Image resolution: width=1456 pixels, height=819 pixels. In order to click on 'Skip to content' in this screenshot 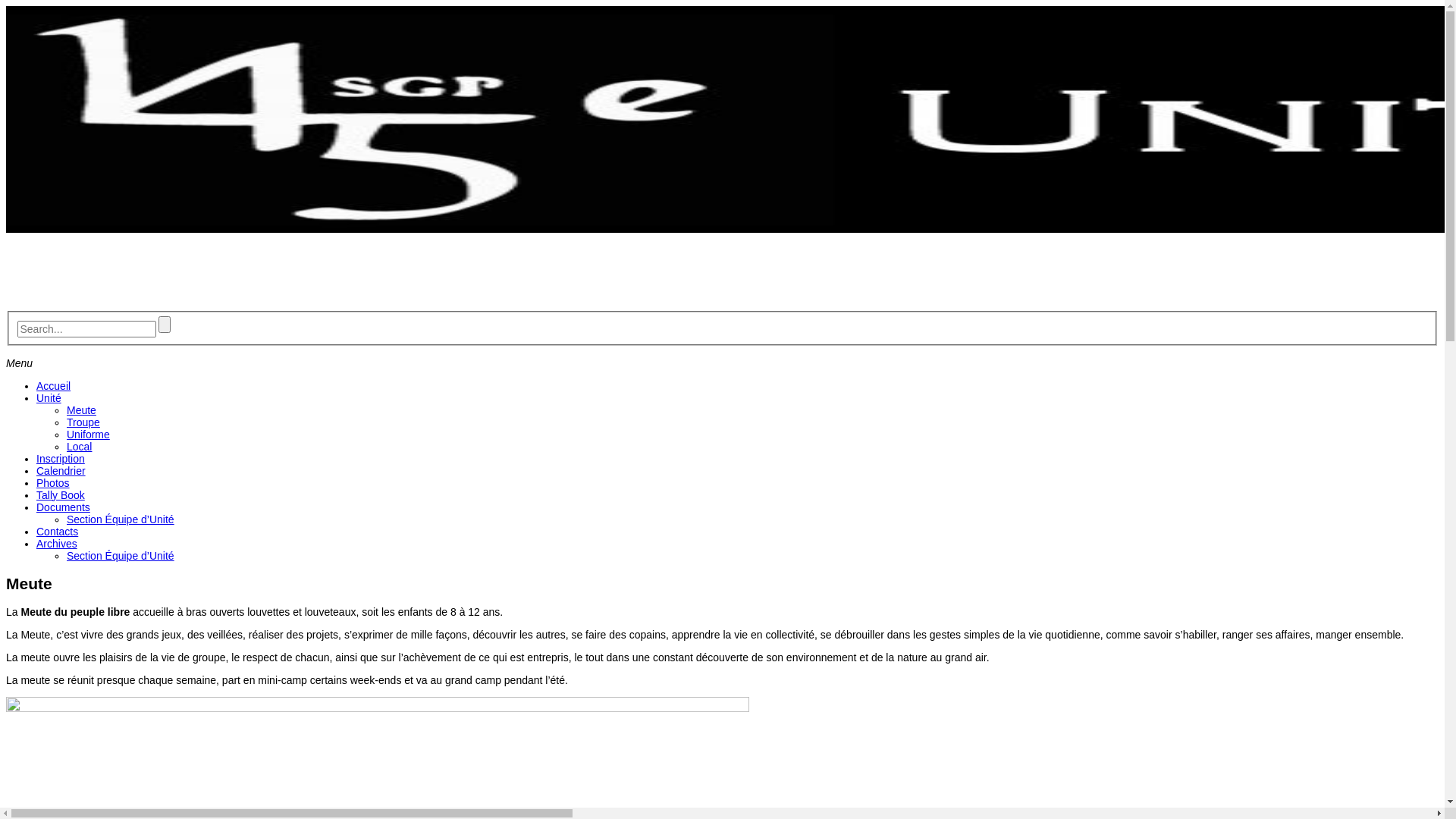, I will do `click(5, 5)`.